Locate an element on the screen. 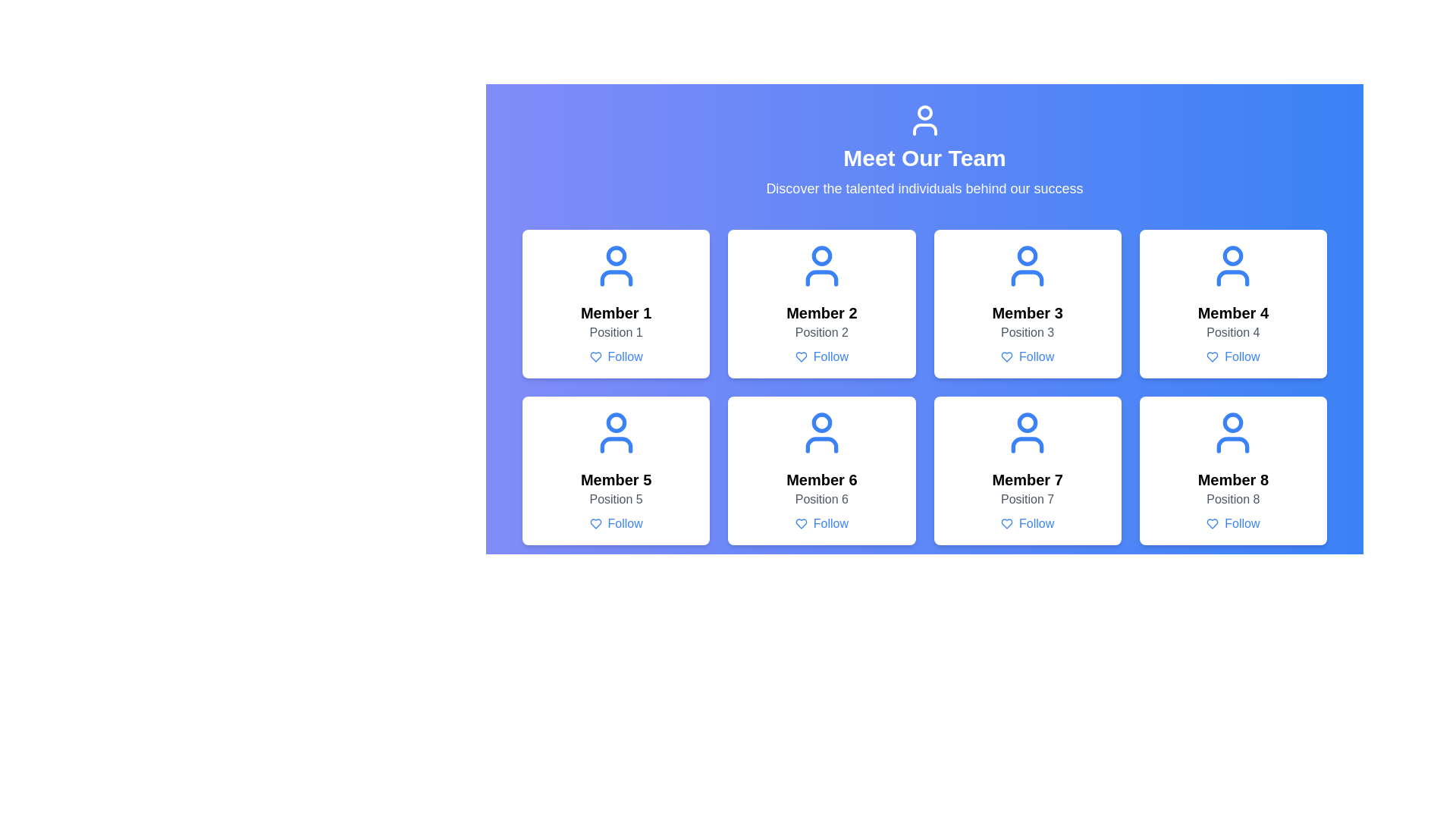 The width and height of the screenshot is (1456, 819). the decorative head icon representing 'Member 8' in the user profile icon, located at the center of the upper part of the icon is located at coordinates (1233, 422).